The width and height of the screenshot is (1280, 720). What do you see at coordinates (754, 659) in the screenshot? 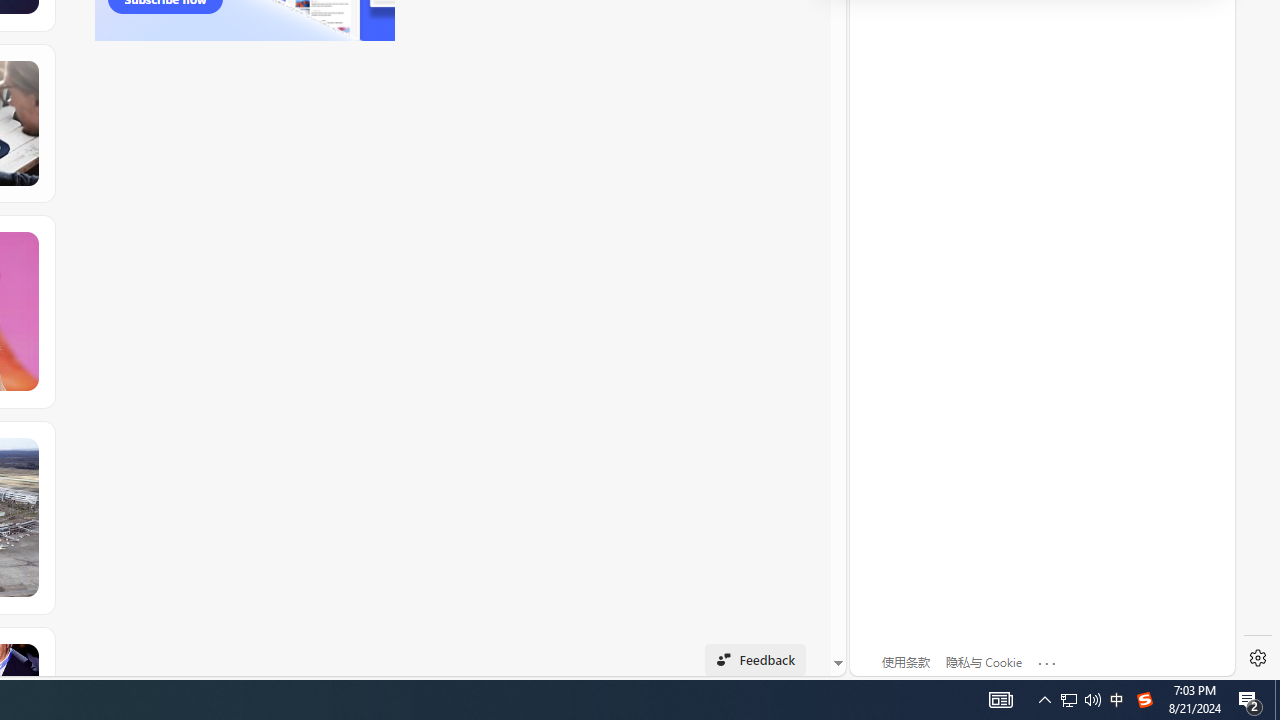
I see `'Feedback'` at bounding box center [754, 659].